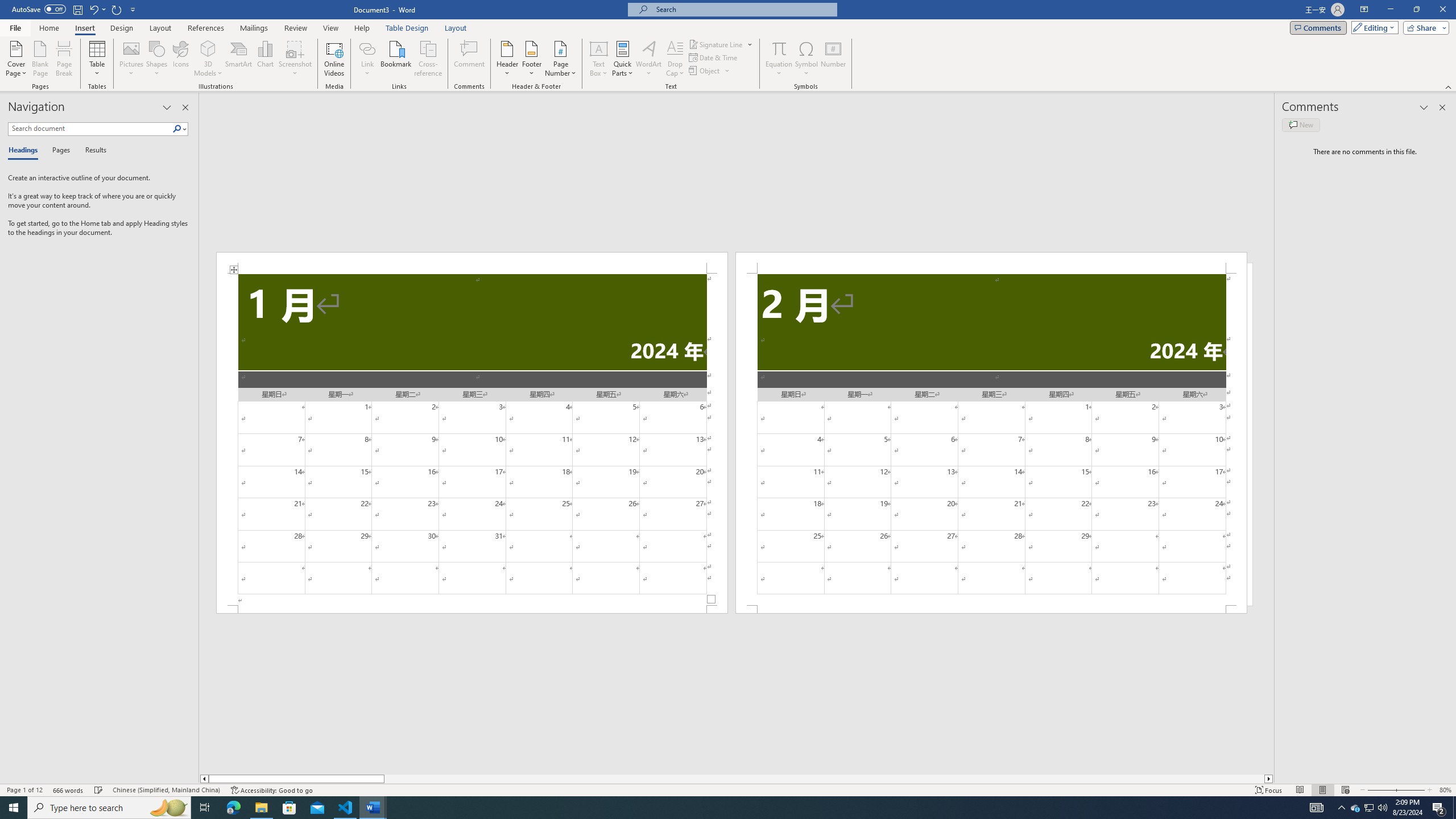 The width and height of the screenshot is (1456, 819). Describe the element at coordinates (806, 59) in the screenshot. I see `'Symbol'` at that location.